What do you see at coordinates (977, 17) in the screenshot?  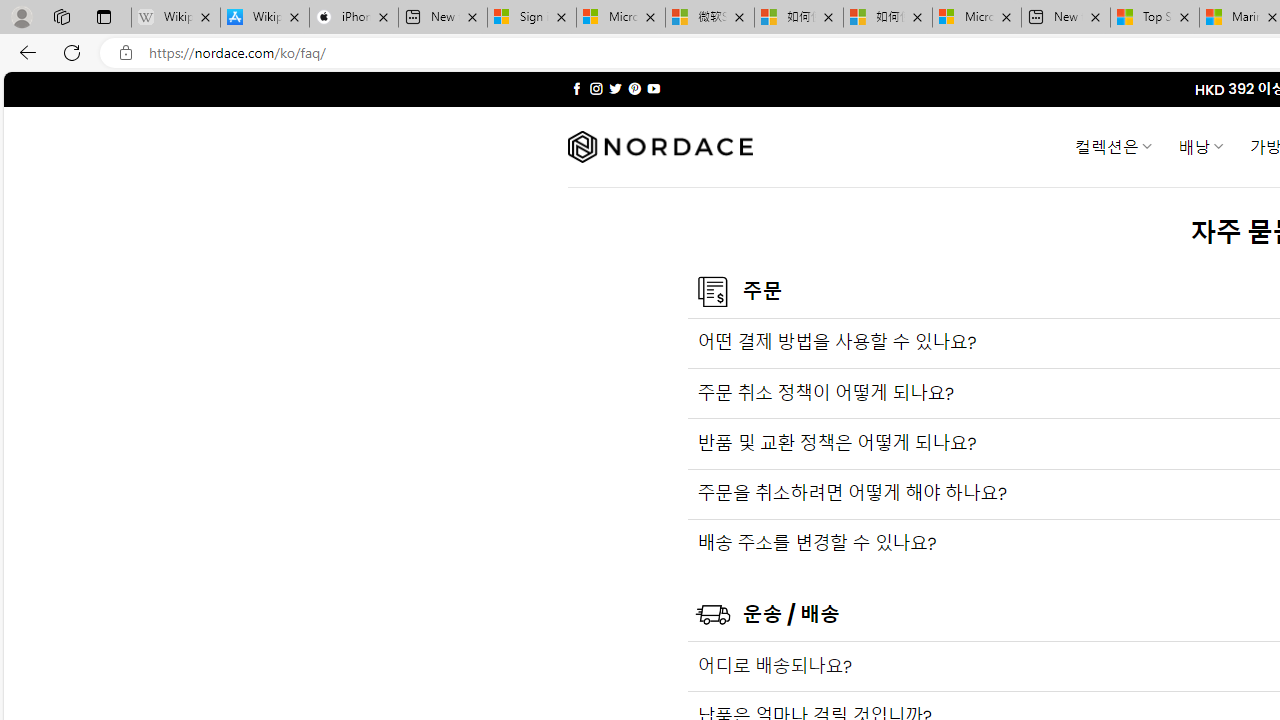 I see `'Microsoft account | Account Checkup'` at bounding box center [977, 17].